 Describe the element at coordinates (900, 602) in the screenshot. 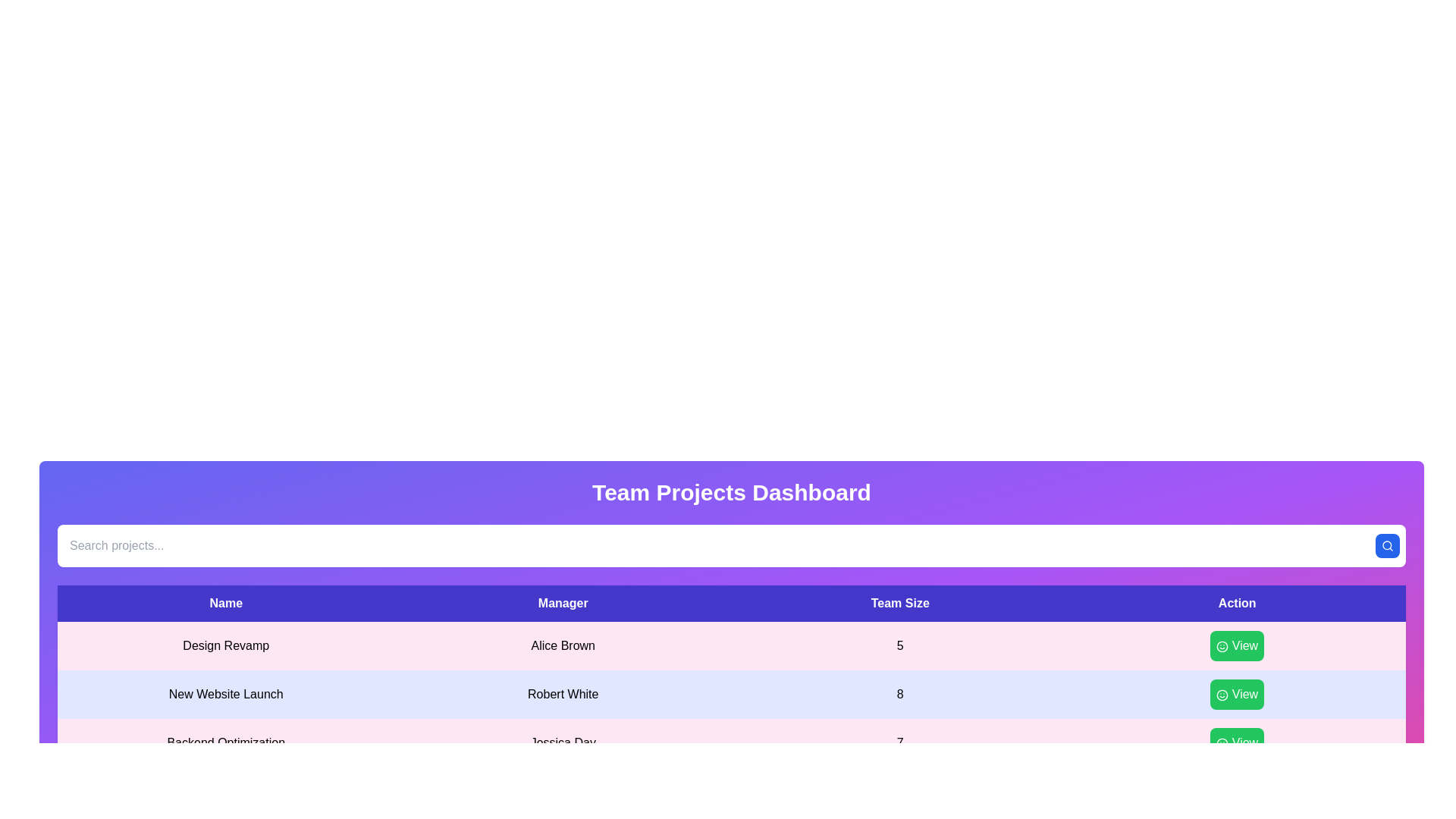

I see `the 'Team Size' text label, which is the third header in the navigation bar, displaying white text on a blue background` at that location.